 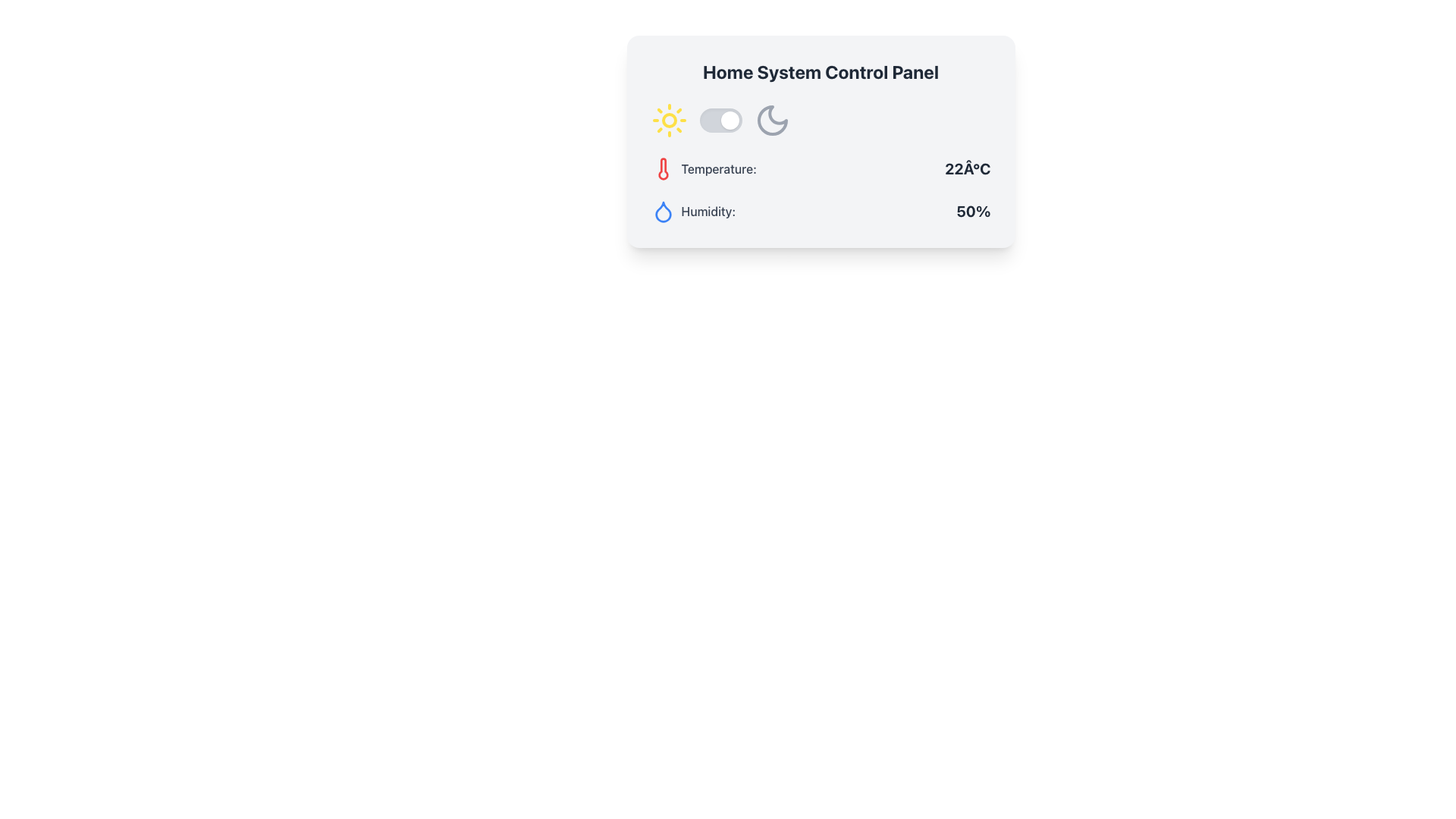 What do you see at coordinates (973, 211) in the screenshot?
I see `the text element that displays '50%' in bold XL size dark gray font, located at the bottom-right section of the humidity information card` at bounding box center [973, 211].